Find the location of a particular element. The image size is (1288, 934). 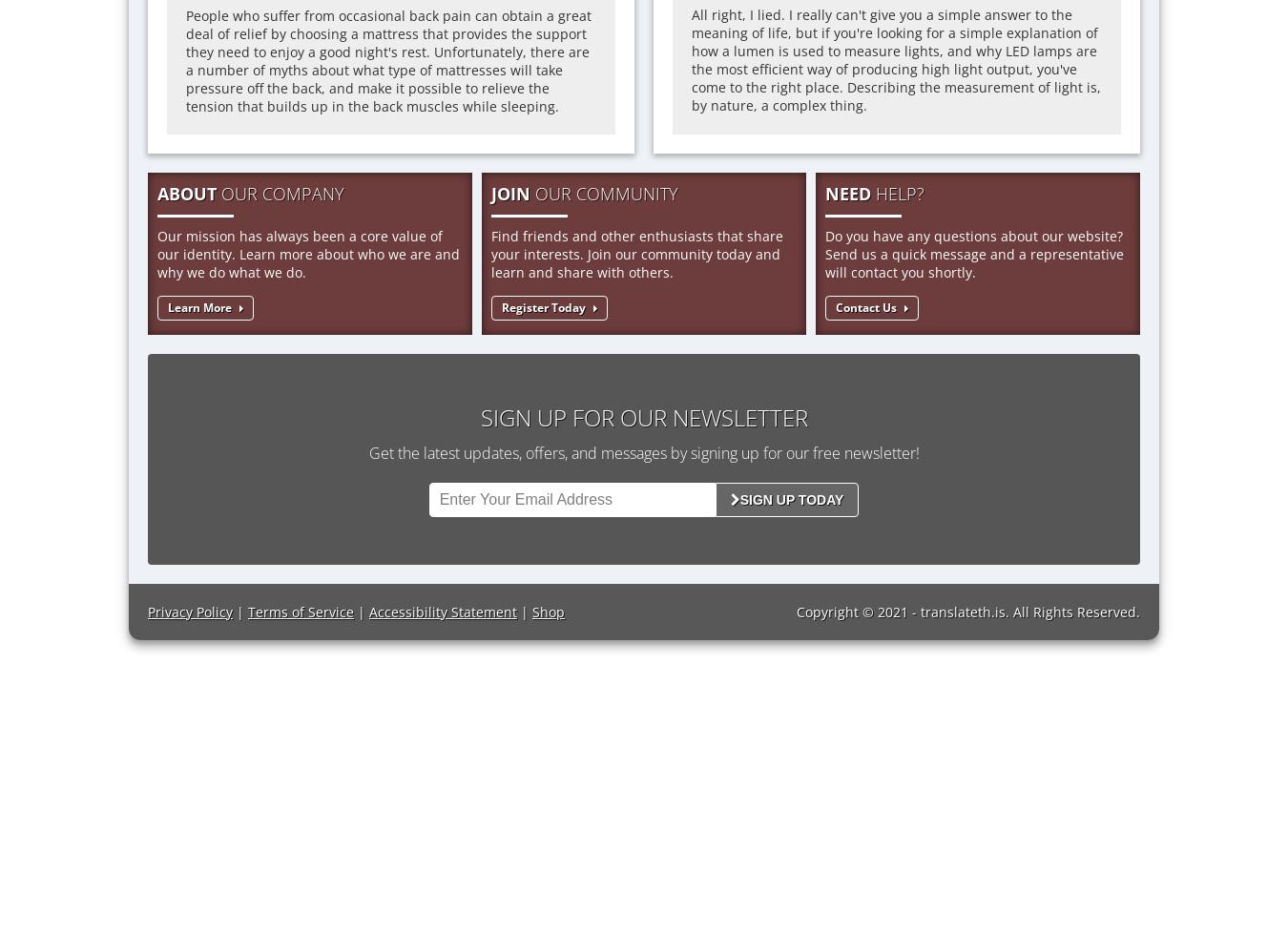

'JOIN' is located at coordinates (509, 194).